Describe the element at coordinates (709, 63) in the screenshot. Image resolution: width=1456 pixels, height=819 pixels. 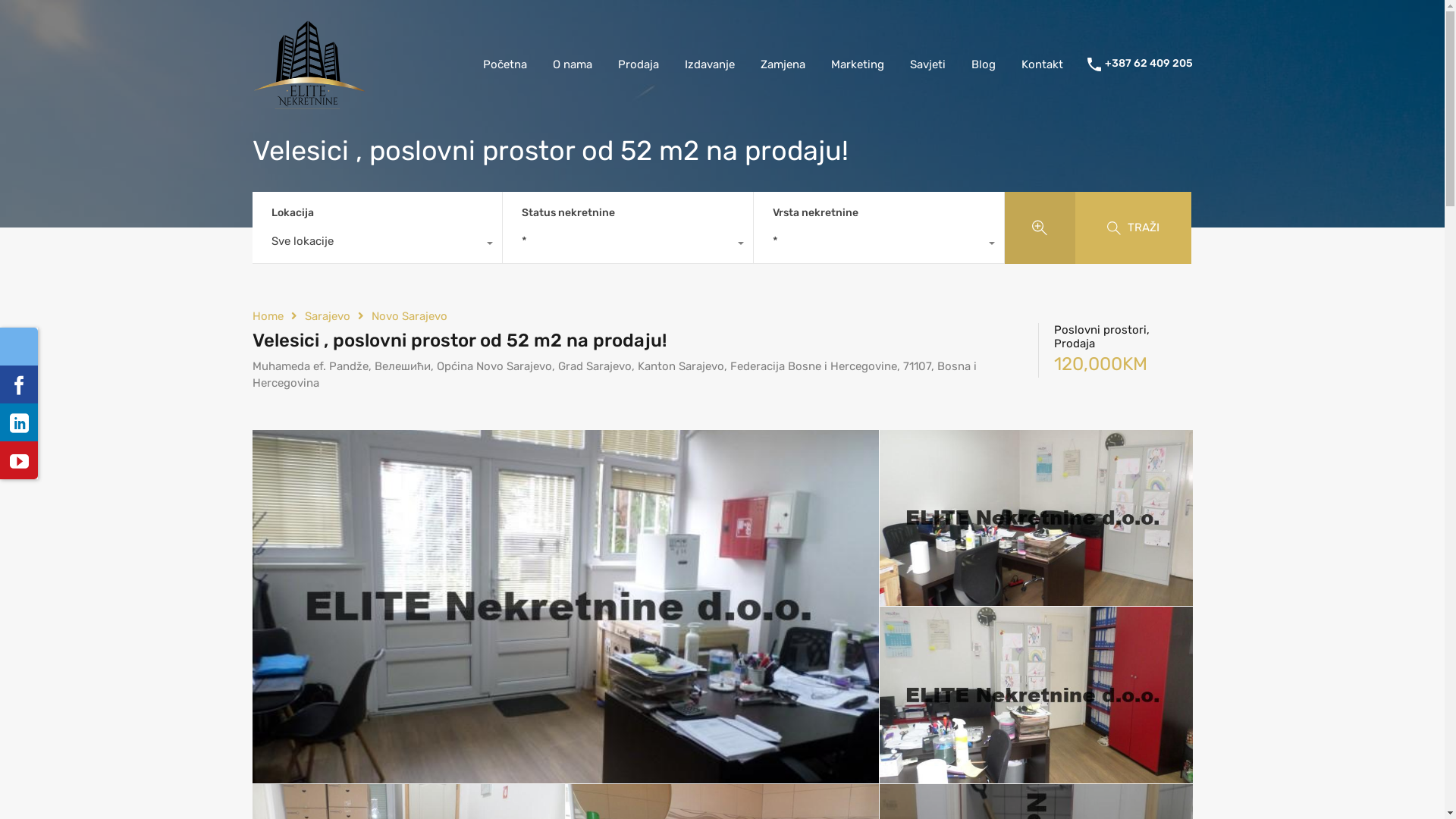
I see `'Izdavanje'` at that location.